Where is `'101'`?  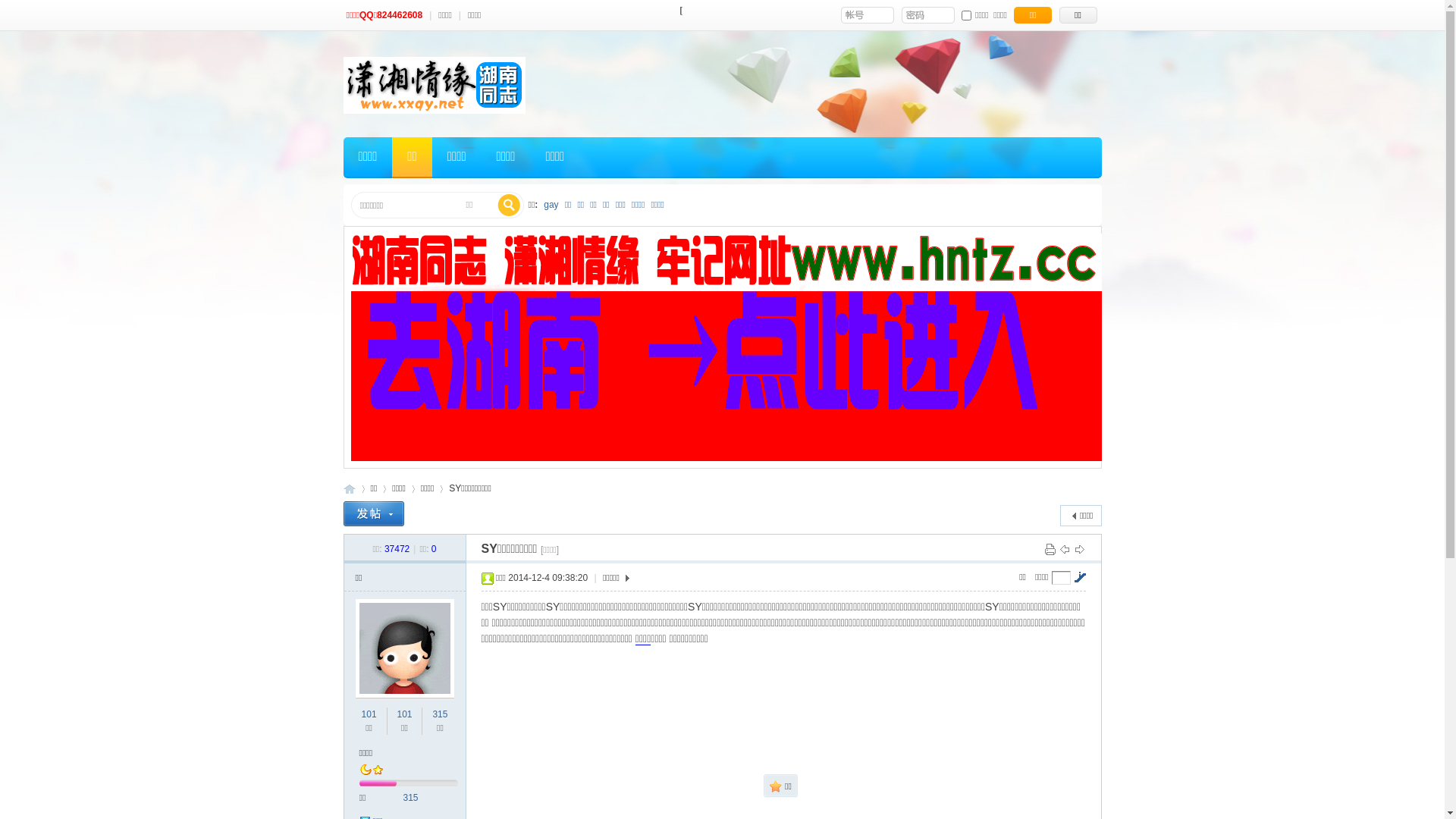 '101' is located at coordinates (369, 714).